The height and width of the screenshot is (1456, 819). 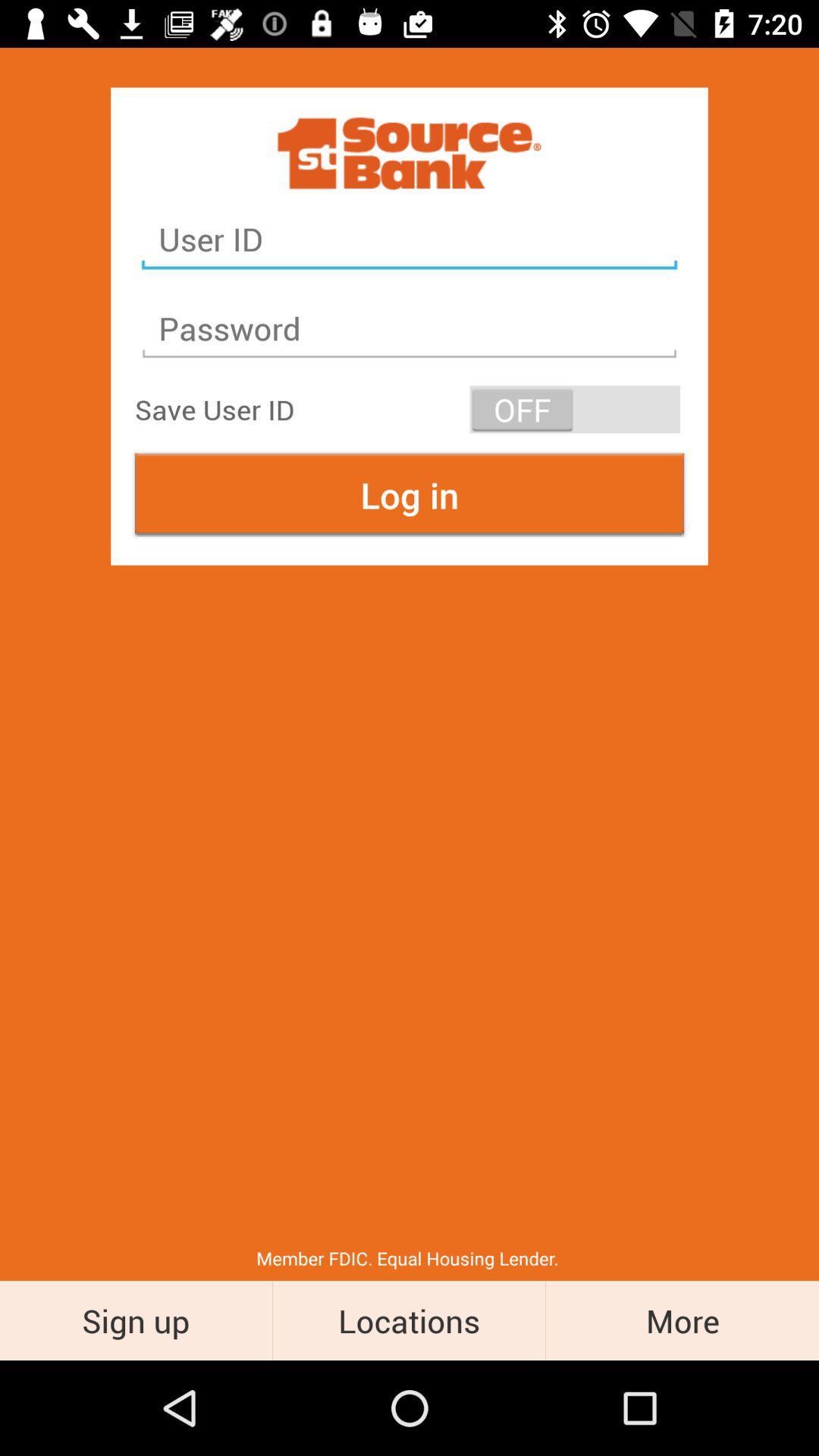 I want to click on sign up, so click(x=135, y=1319).